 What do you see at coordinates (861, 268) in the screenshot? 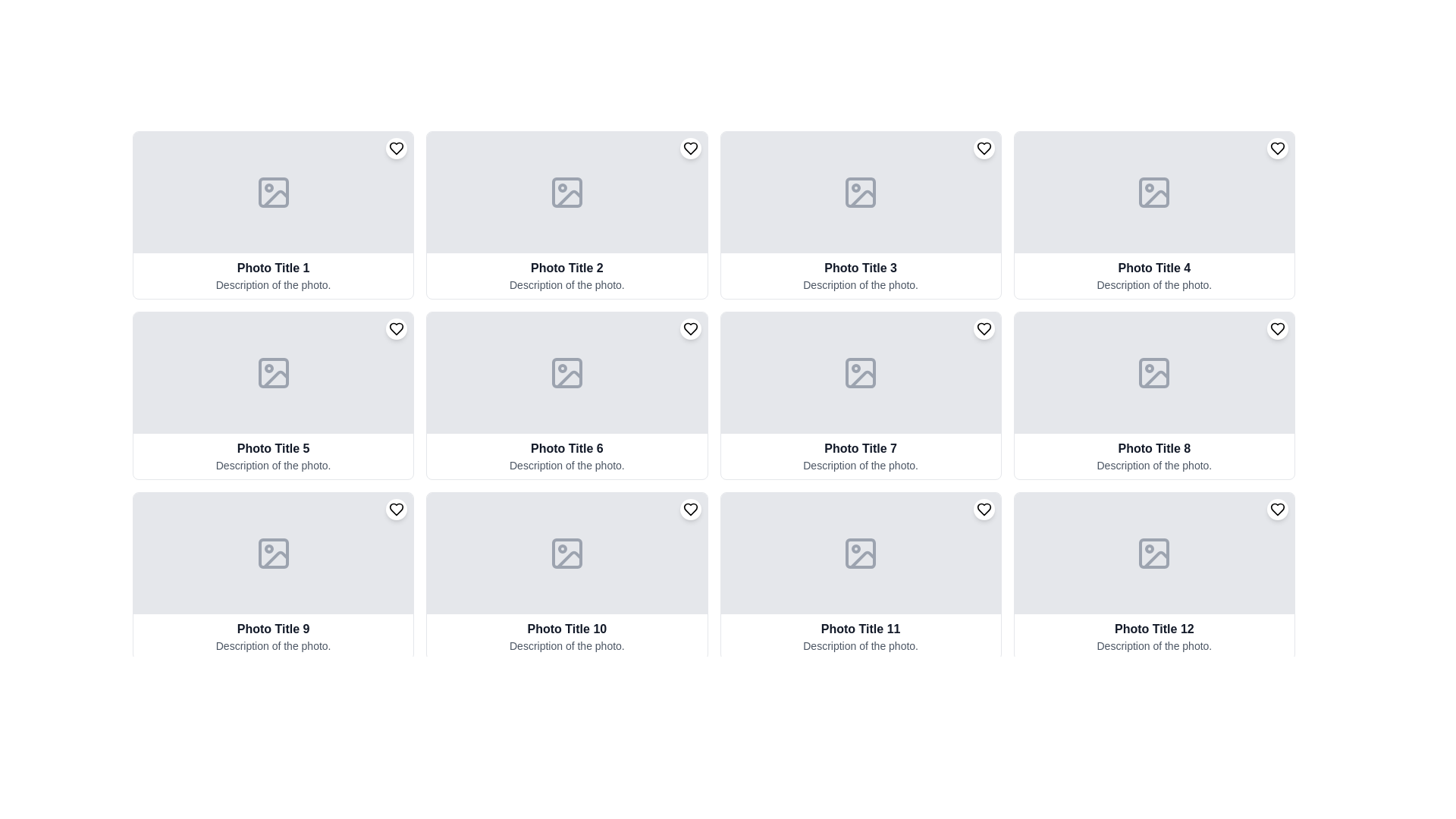
I see `the text label that reads 'Photo Title 3', which is styled with bold, dark-gray text and is located in the third card of the top row in a grid layout` at bounding box center [861, 268].